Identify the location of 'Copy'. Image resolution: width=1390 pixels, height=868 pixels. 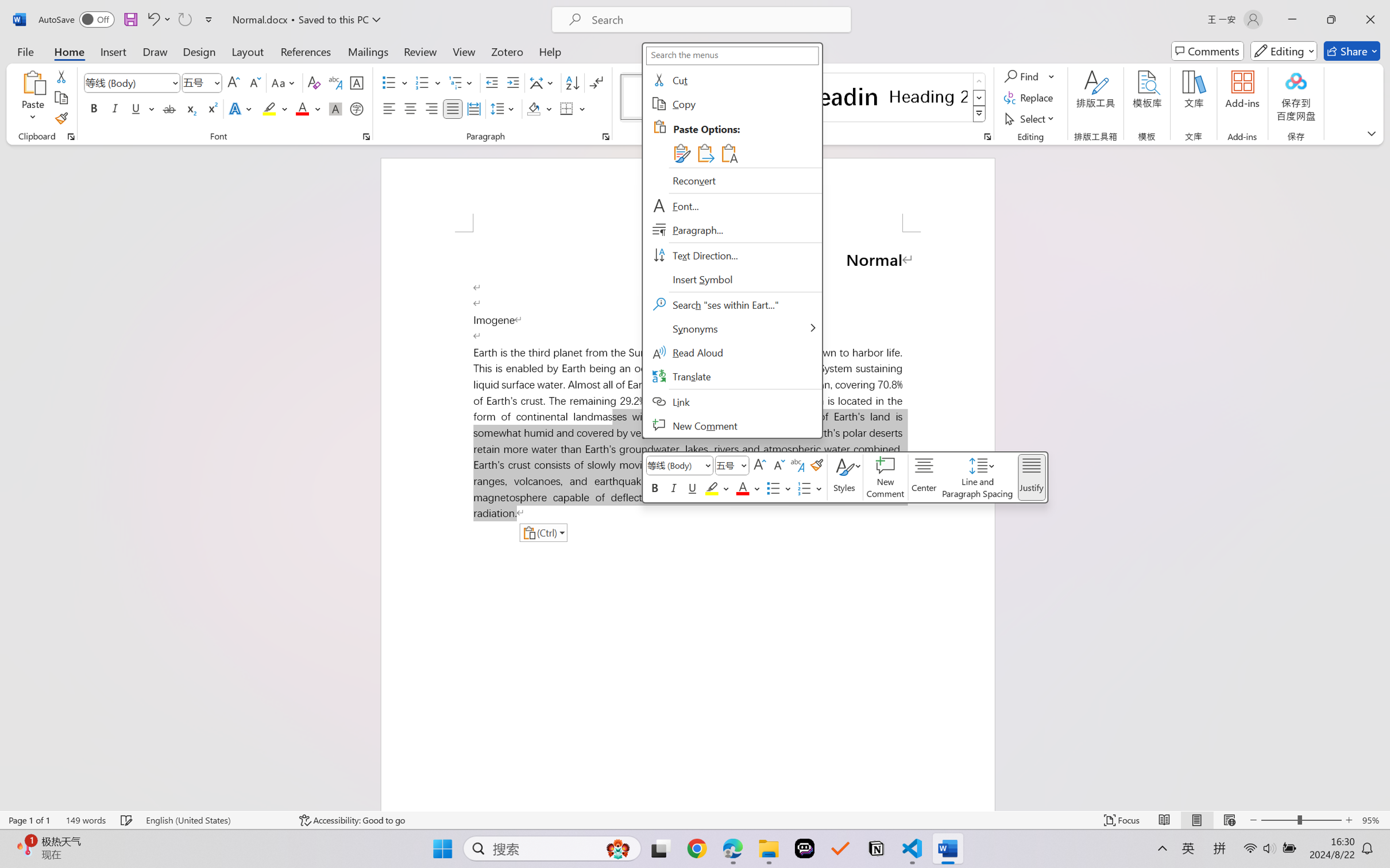
(731, 103).